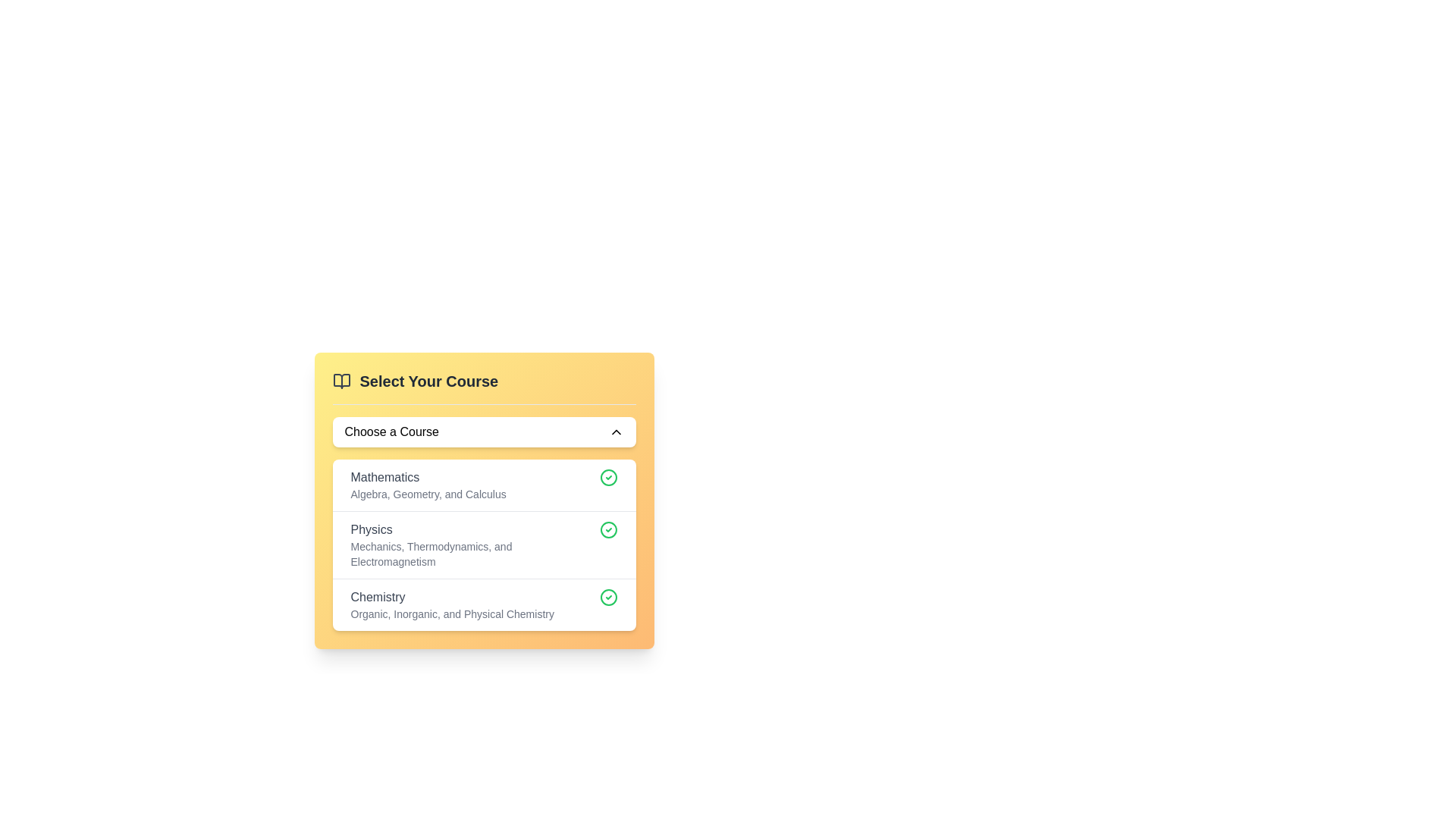 The image size is (1456, 819). Describe the element at coordinates (608, 596) in the screenshot. I see `the circular element with a green outline that indicates the status of the Chemistry course in the third list item of the course interface` at that location.